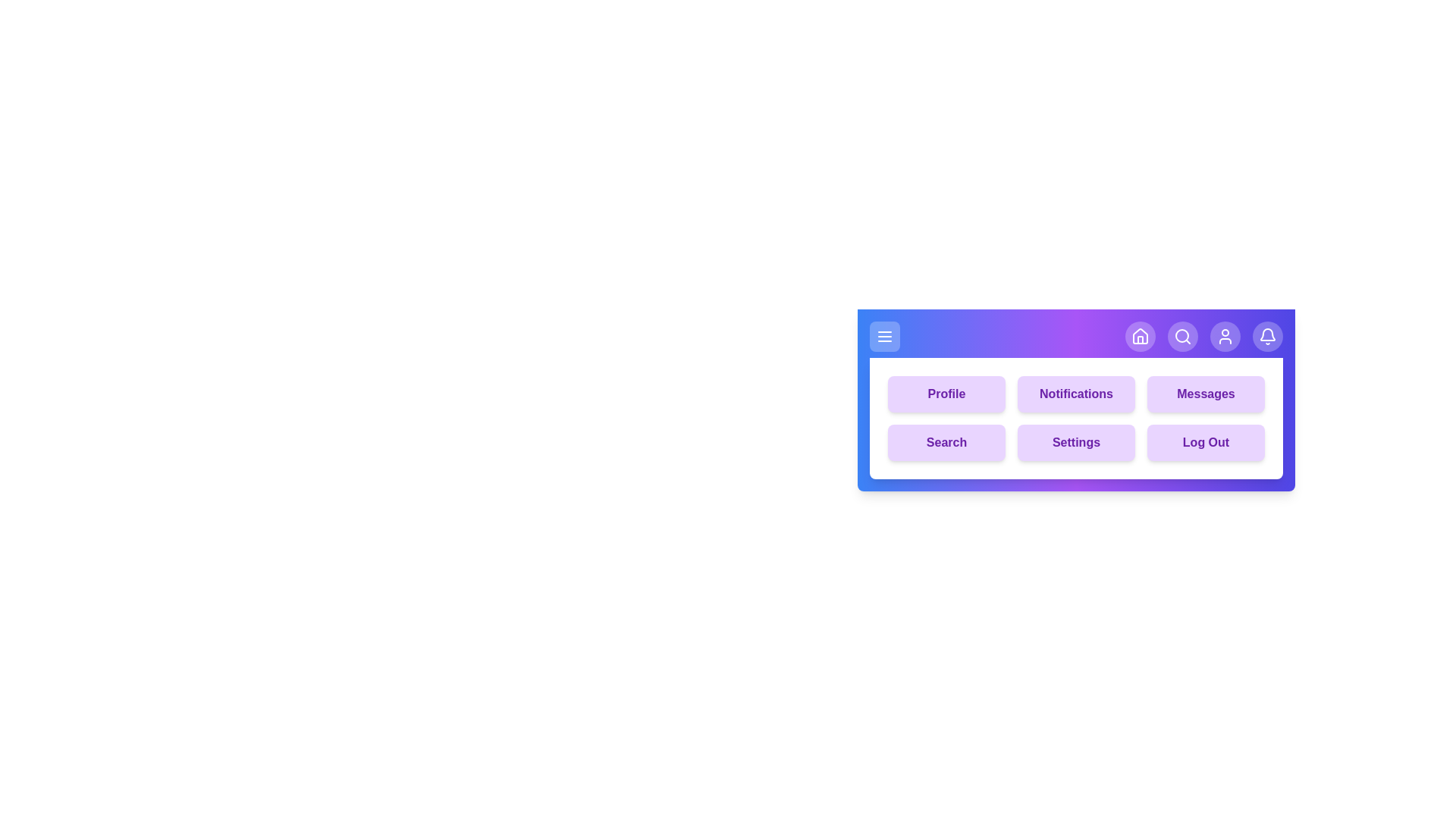 The image size is (1456, 819). What do you see at coordinates (1267, 335) in the screenshot?
I see `the bell icon in the navigation bar` at bounding box center [1267, 335].